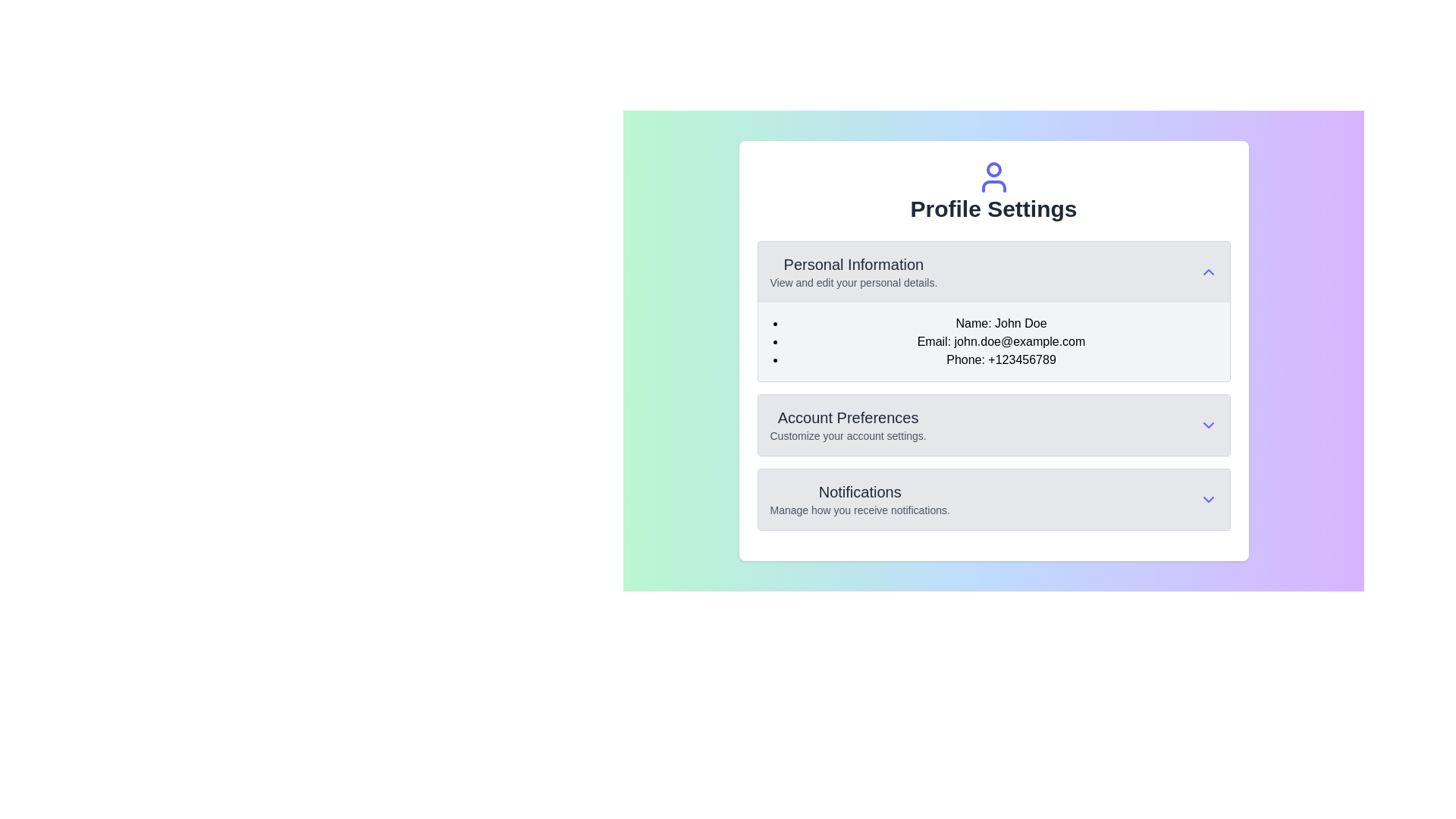 This screenshot has height=819, width=1456. Describe the element at coordinates (859, 500) in the screenshot. I see `the 'Notifications' section heading in the Profile Settings` at that location.